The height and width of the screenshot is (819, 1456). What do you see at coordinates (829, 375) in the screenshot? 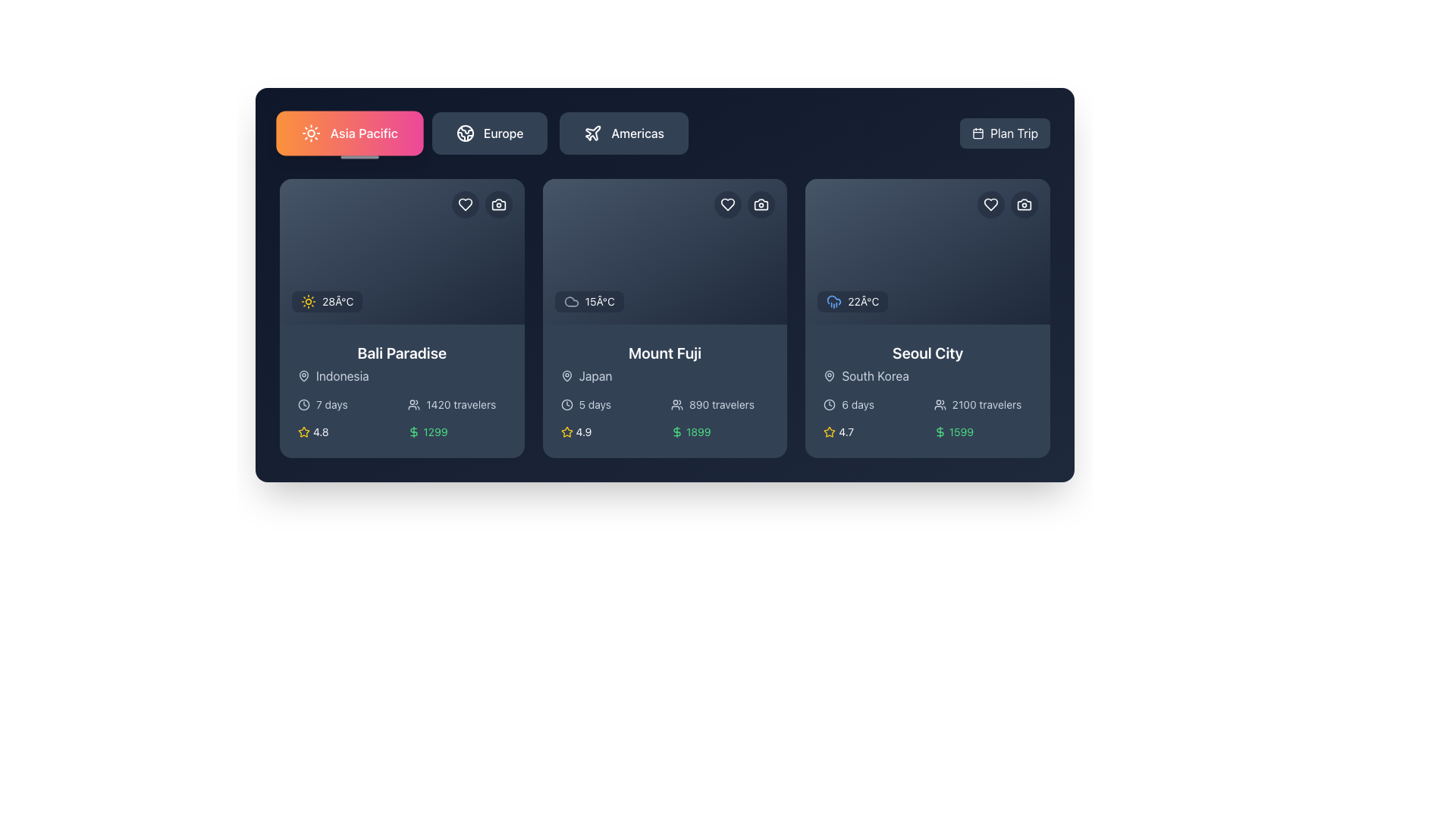
I see `the geographical location icon representing Seoul City, located in the bottom-left region of the Seoul City card, near the label 'South Korea'` at bounding box center [829, 375].